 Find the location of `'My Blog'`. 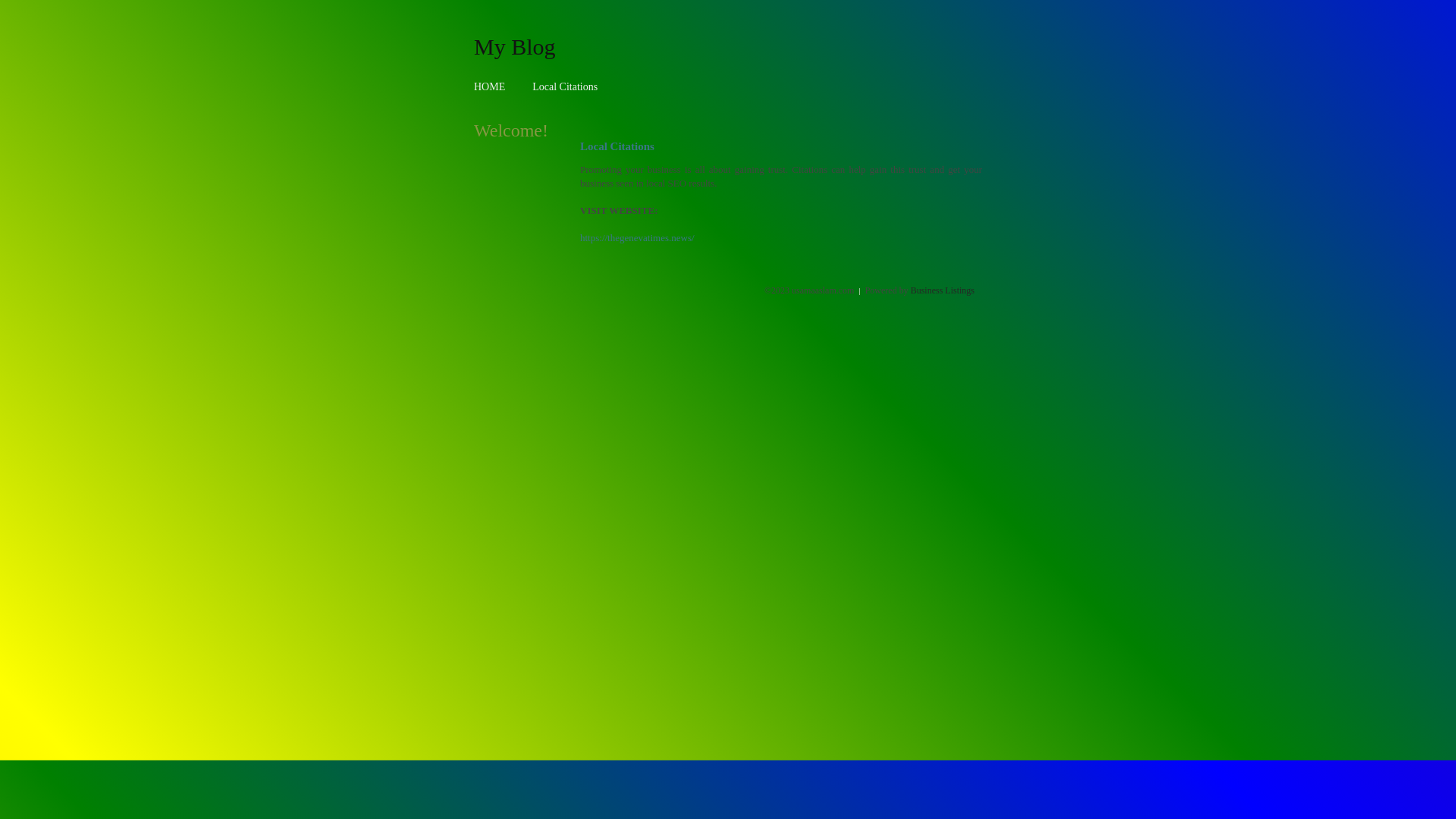

'My Blog' is located at coordinates (514, 45).